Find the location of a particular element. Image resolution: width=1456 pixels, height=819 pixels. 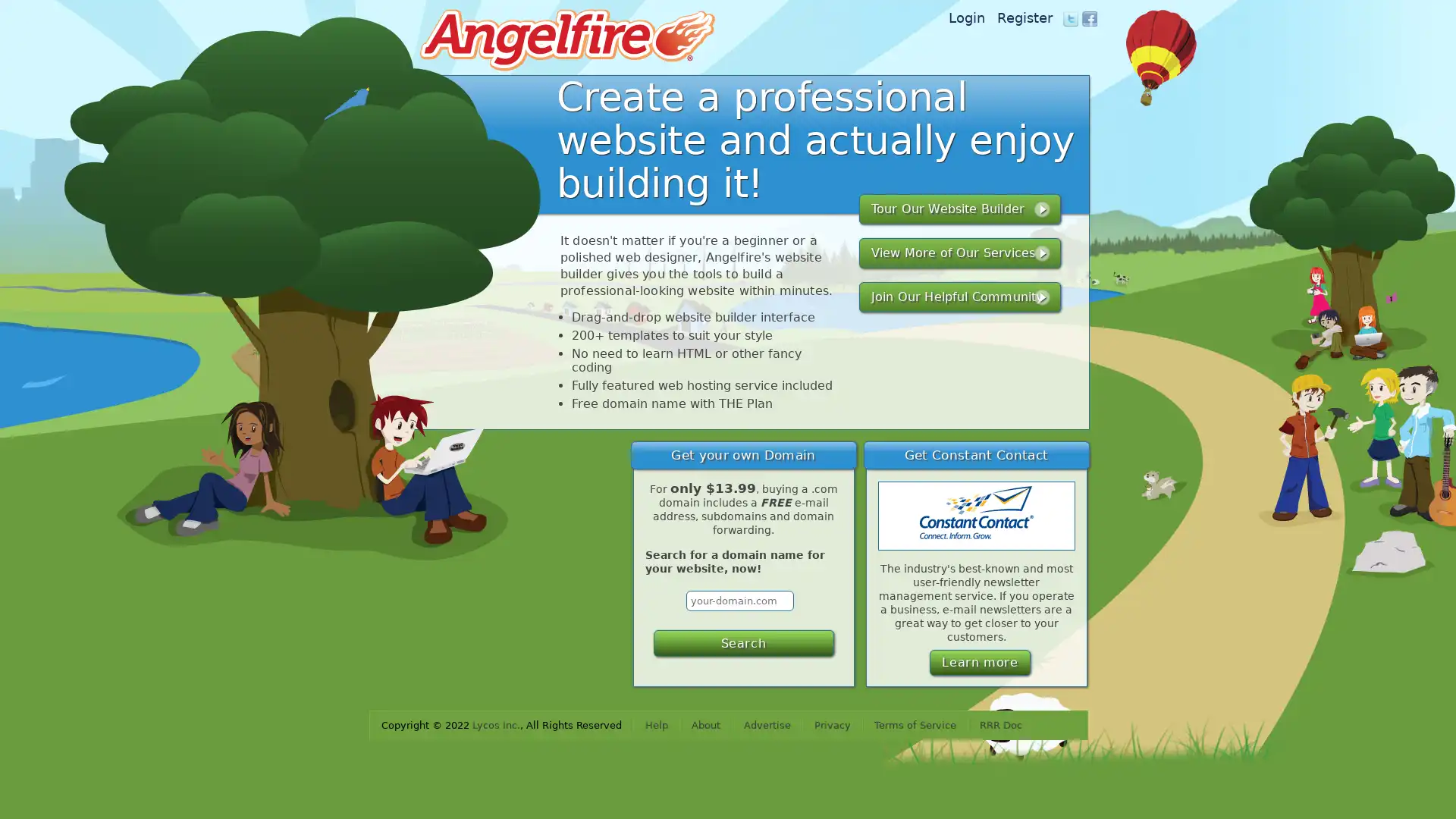

Search is located at coordinates (742, 643).